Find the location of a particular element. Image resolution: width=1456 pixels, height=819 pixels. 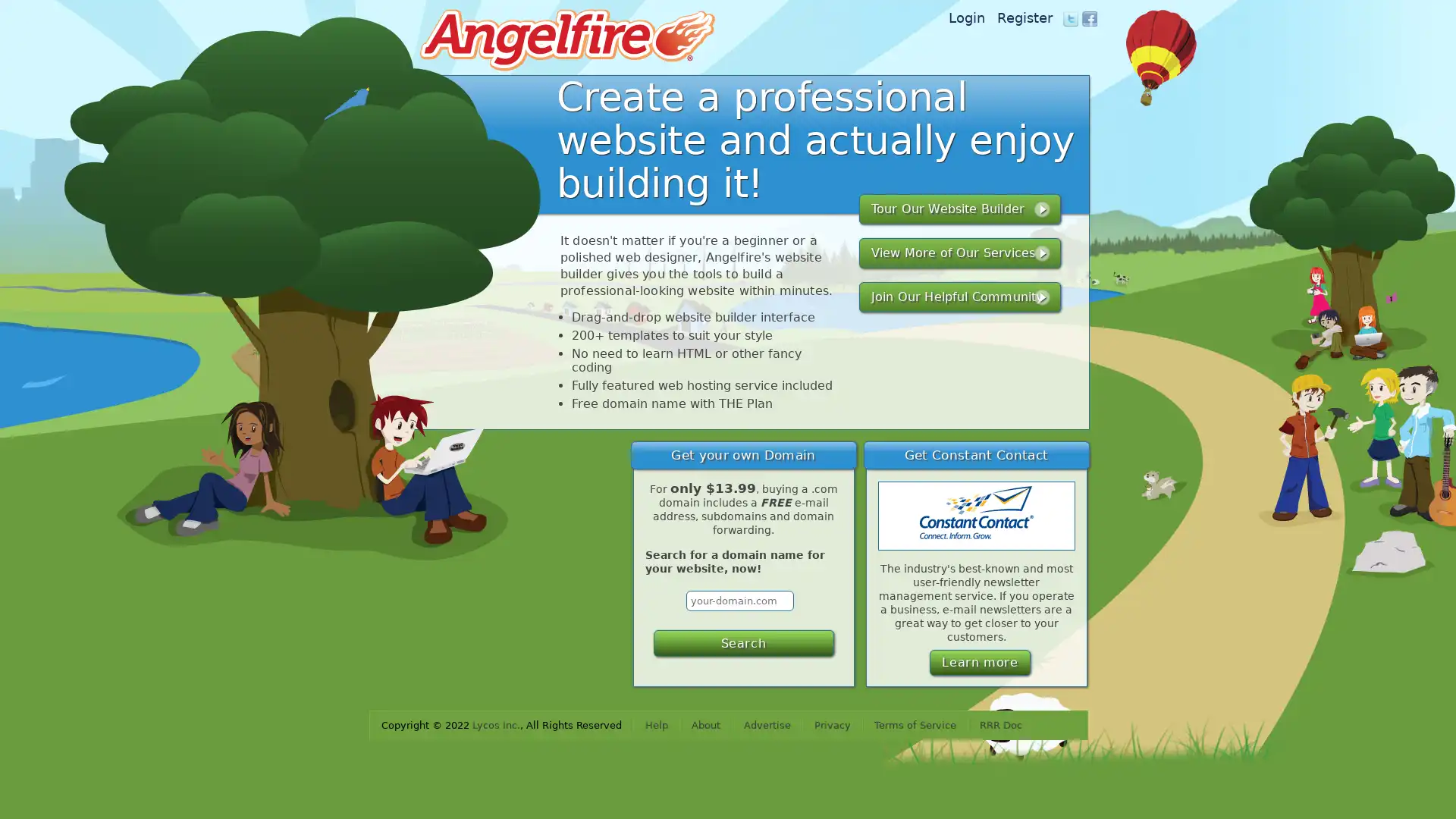

Search is located at coordinates (742, 643).